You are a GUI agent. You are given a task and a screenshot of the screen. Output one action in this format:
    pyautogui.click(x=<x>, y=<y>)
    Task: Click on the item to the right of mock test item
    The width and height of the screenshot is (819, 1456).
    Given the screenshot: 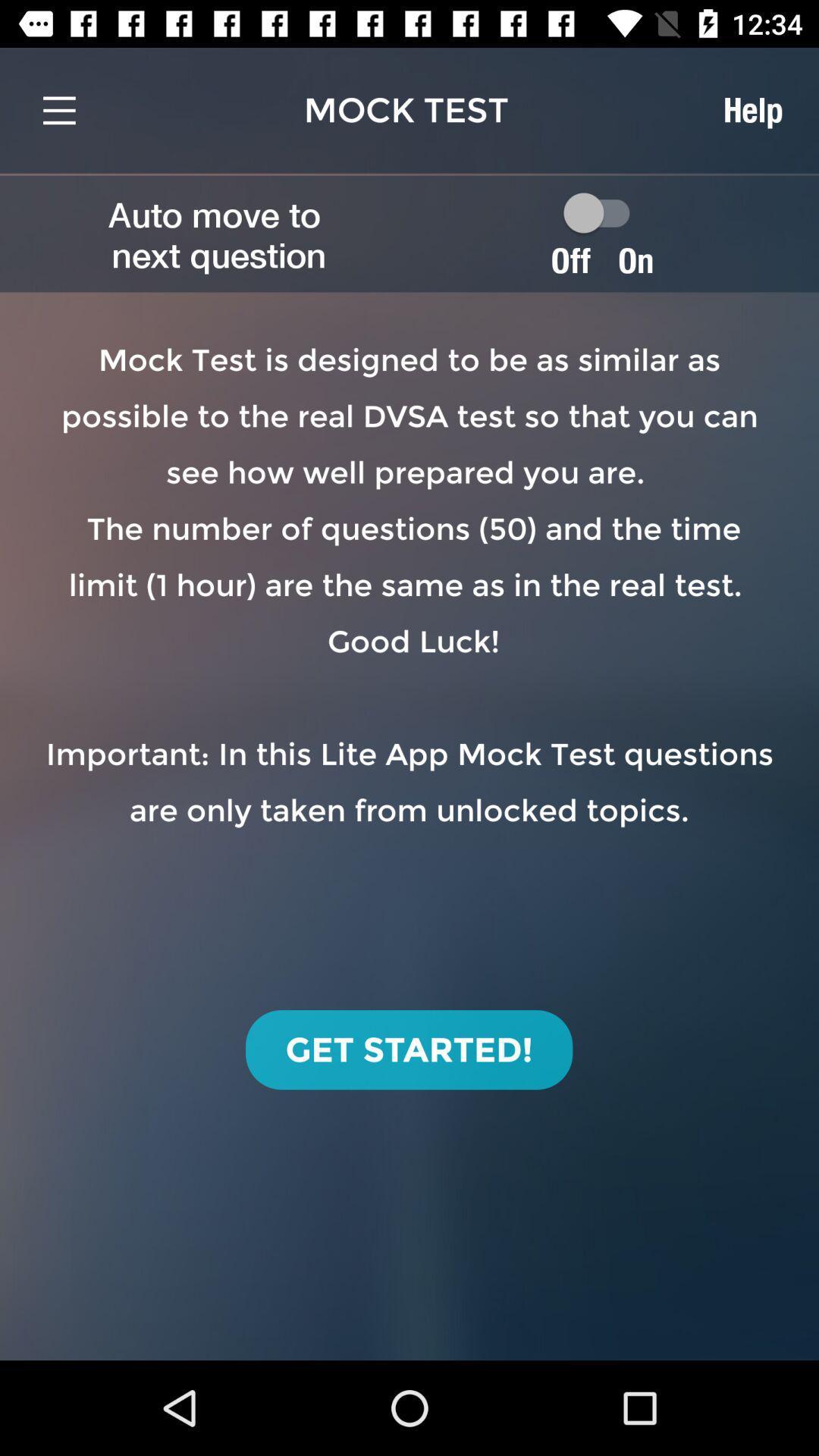 What is the action you would take?
    pyautogui.click(x=752, y=109)
    